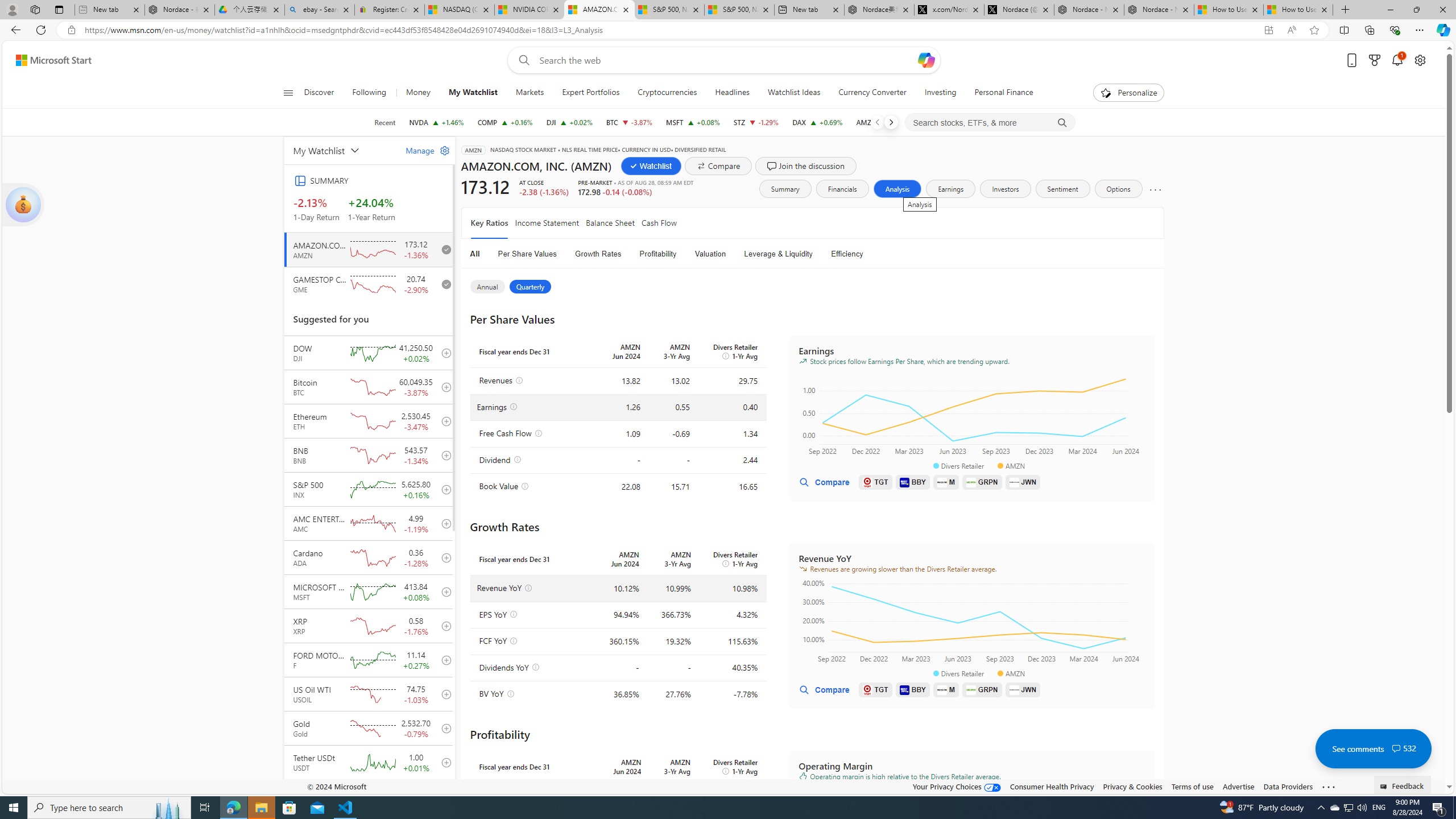 The width and height of the screenshot is (1456, 819). What do you see at coordinates (531, 286) in the screenshot?
I see `'Quarterly'` at bounding box center [531, 286].